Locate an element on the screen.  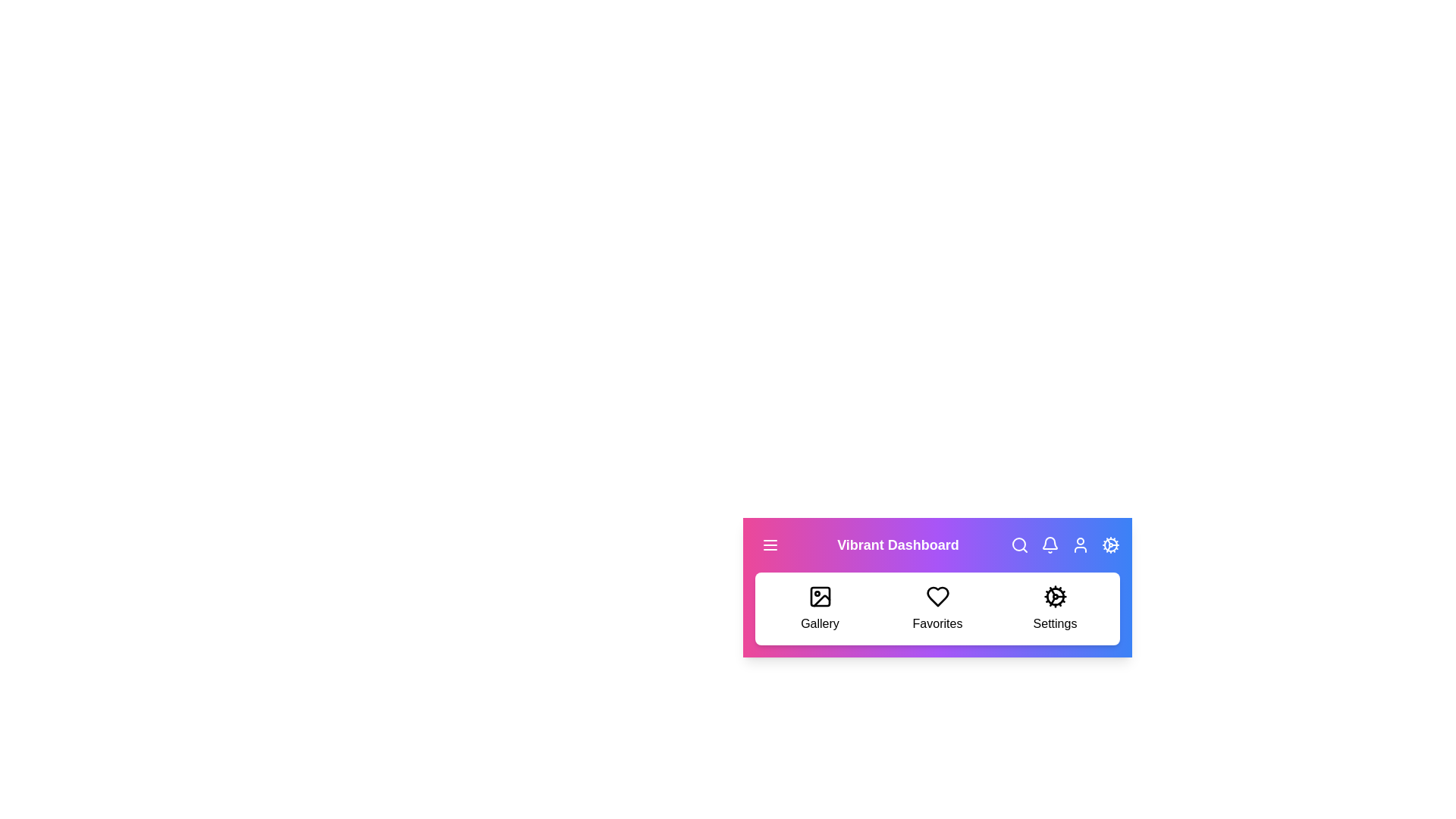
the 'Favorites' section to navigate to it is located at coordinates (937, 607).